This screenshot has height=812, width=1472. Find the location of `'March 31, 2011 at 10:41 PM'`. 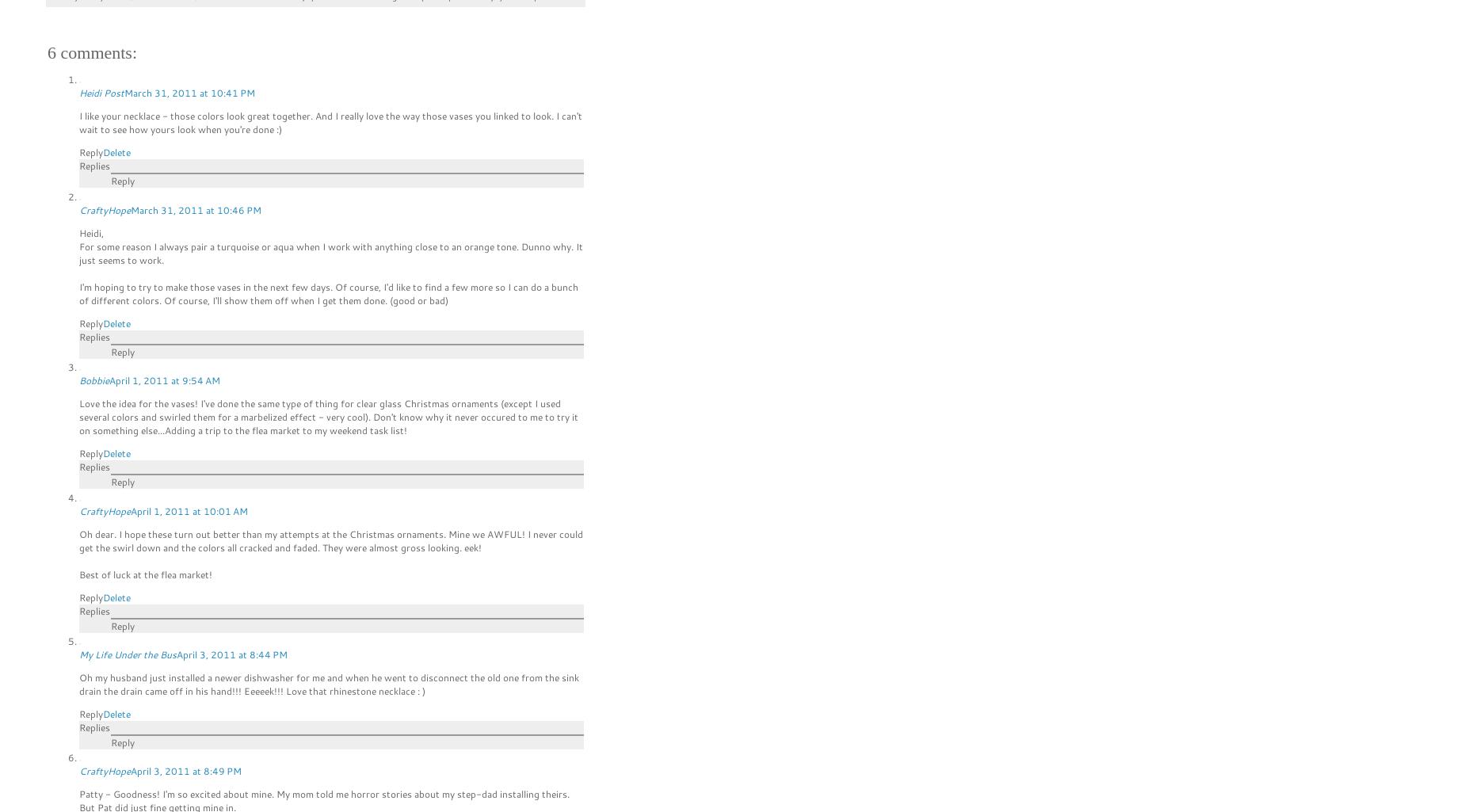

'March 31, 2011 at 10:41 PM' is located at coordinates (189, 93).